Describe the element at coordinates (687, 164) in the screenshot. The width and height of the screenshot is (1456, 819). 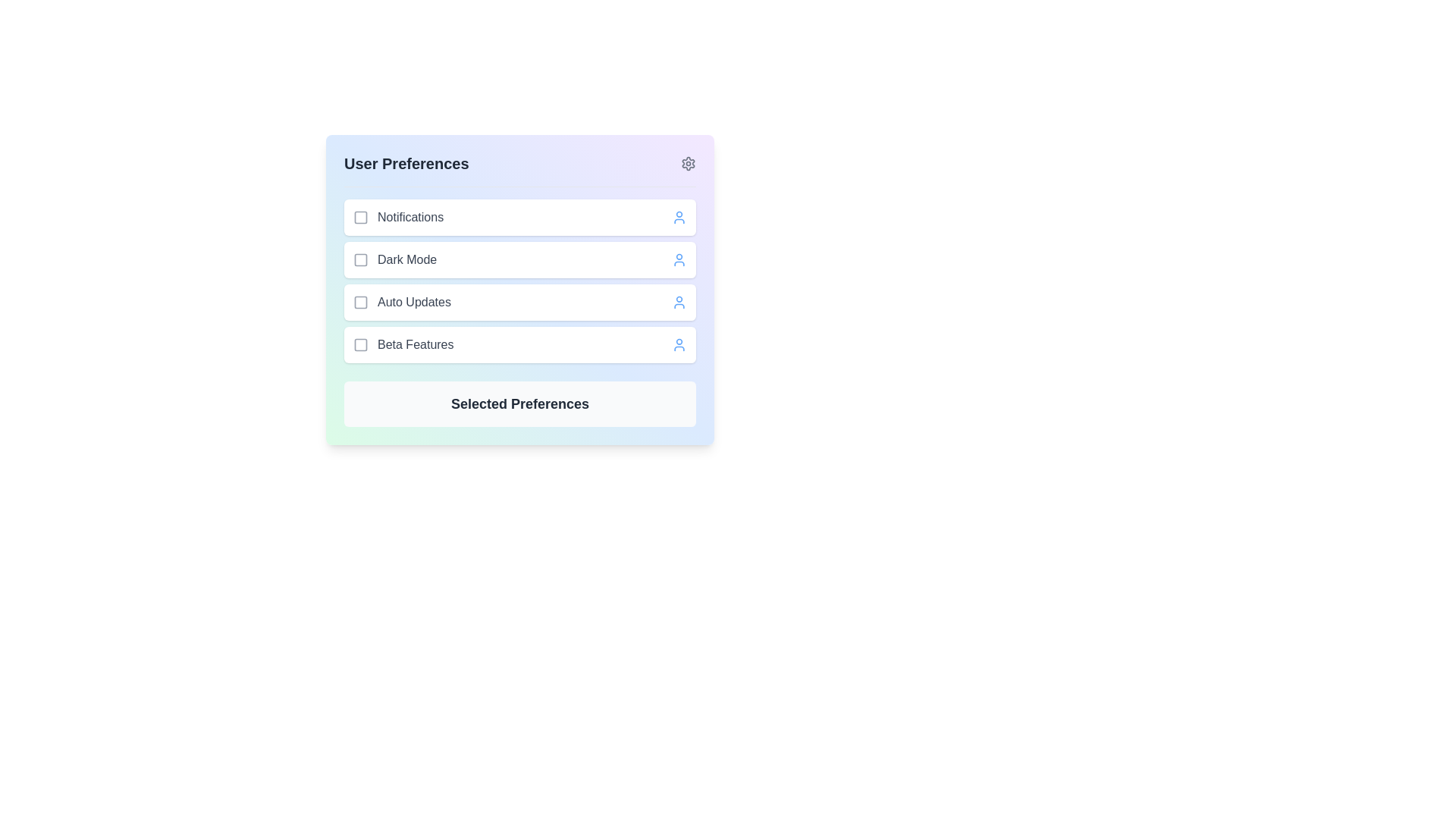
I see `the gray gear icon located in the header section labeled 'User Preferences' at the top right corner` at that location.